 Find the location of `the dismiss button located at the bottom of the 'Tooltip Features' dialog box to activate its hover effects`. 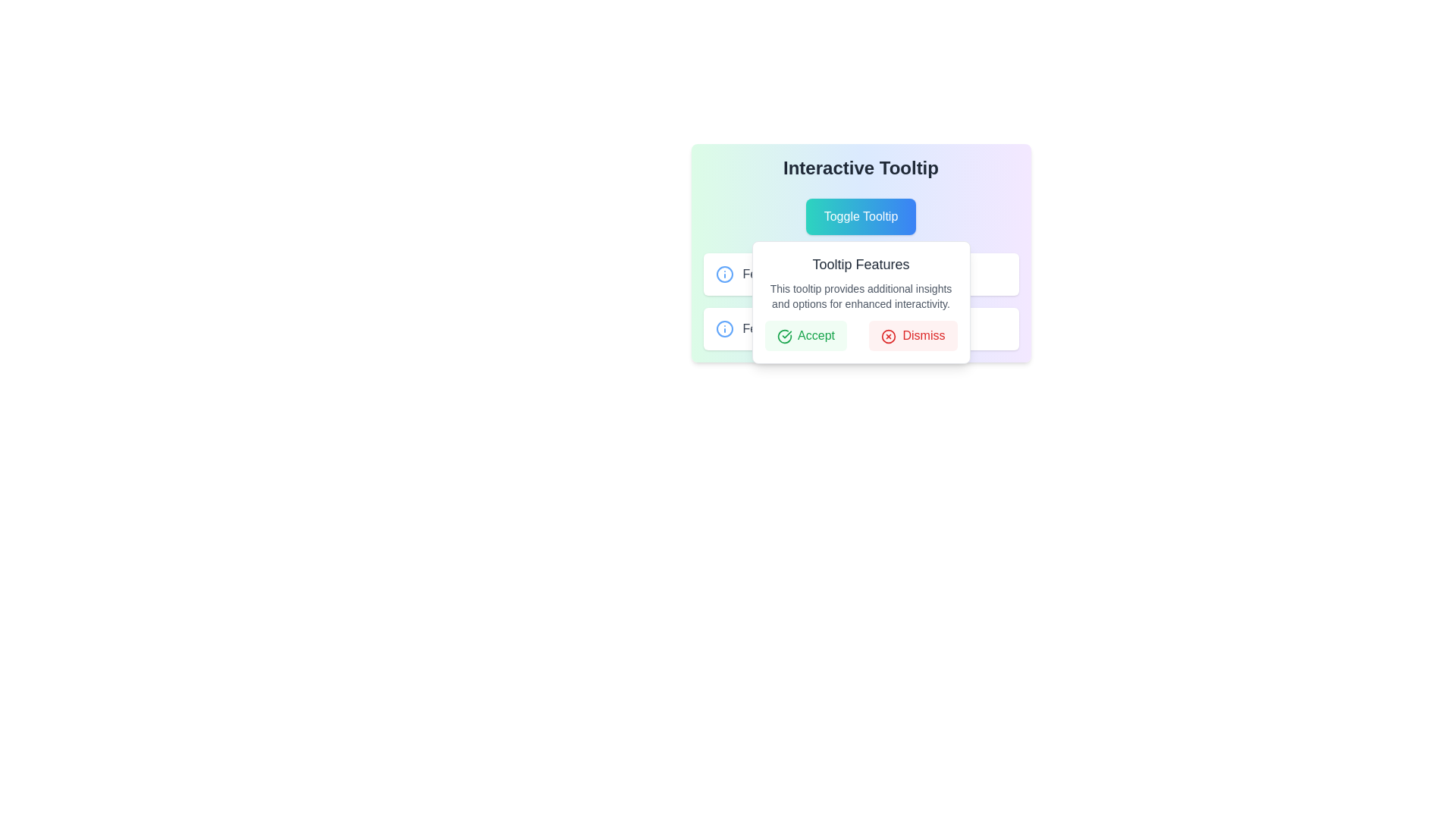

the dismiss button located at the bottom of the 'Tooltip Features' dialog box to activate its hover effects is located at coordinates (912, 335).